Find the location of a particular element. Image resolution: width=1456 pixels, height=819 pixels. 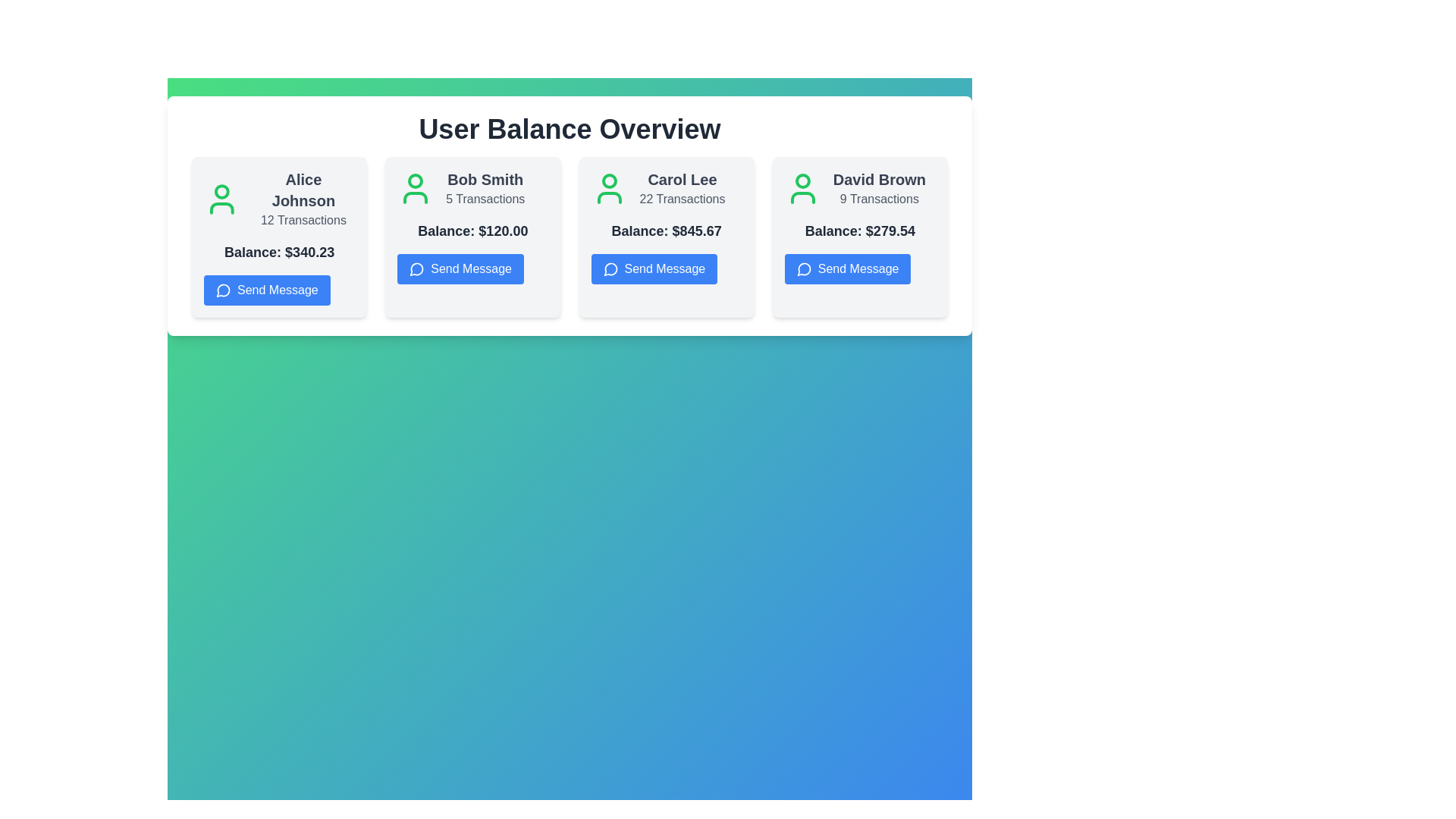

the text block displaying the user's name and transaction count in the first profile card is located at coordinates (279, 198).